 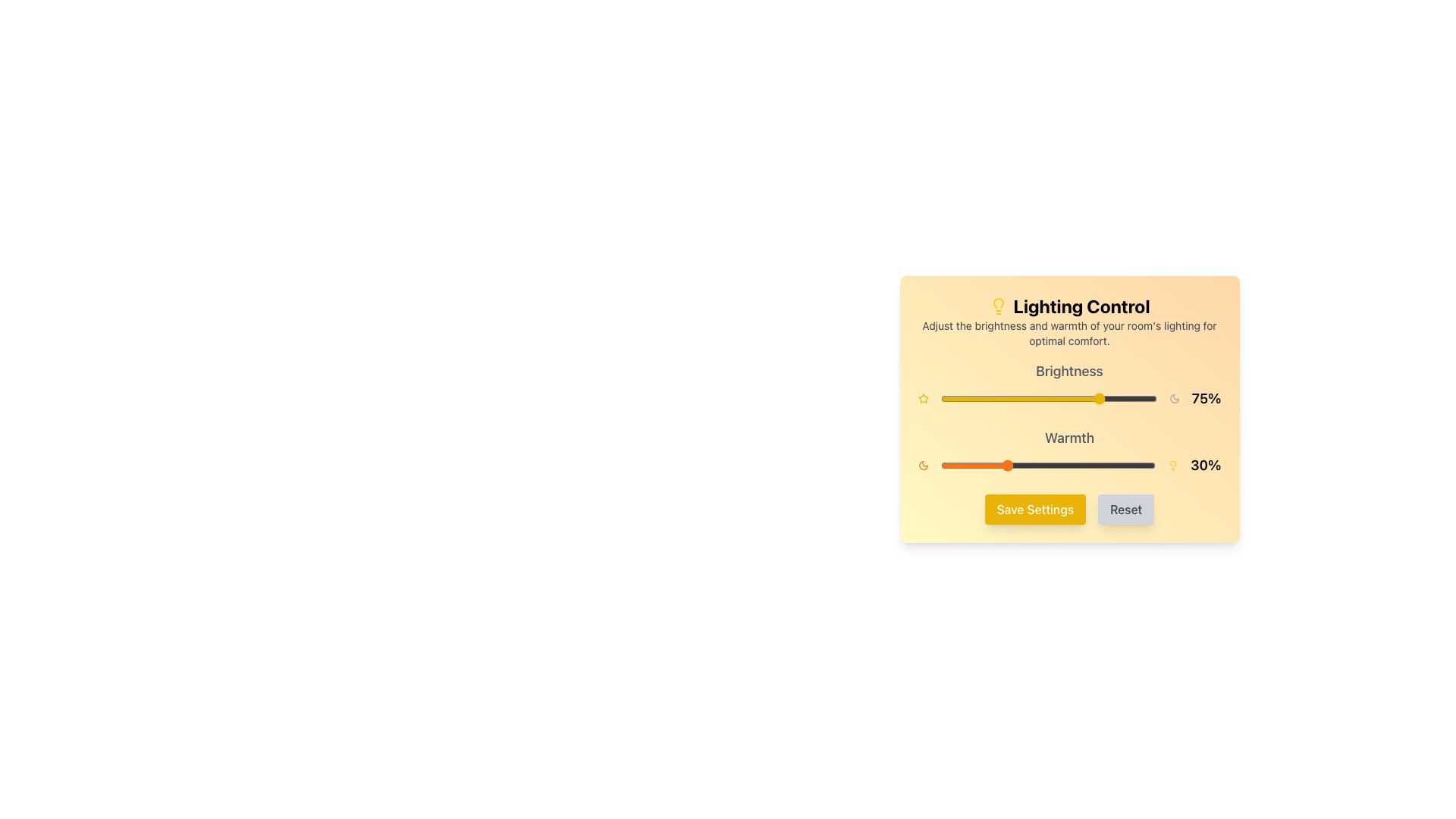 What do you see at coordinates (962, 397) in the screenshot?
I see `the brightness` at bounding box center [962, 397].